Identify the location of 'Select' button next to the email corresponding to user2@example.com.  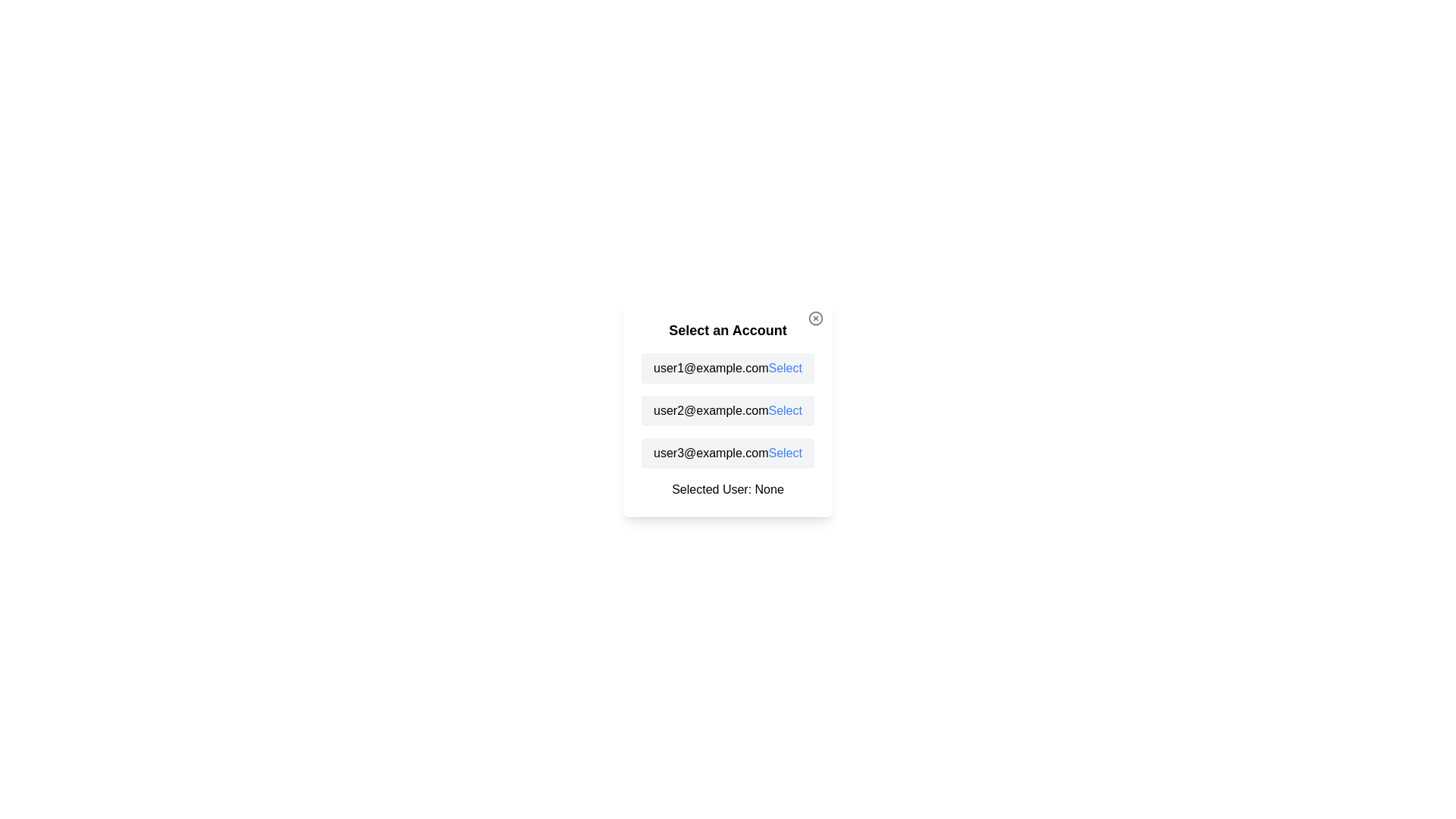
(785, 411).